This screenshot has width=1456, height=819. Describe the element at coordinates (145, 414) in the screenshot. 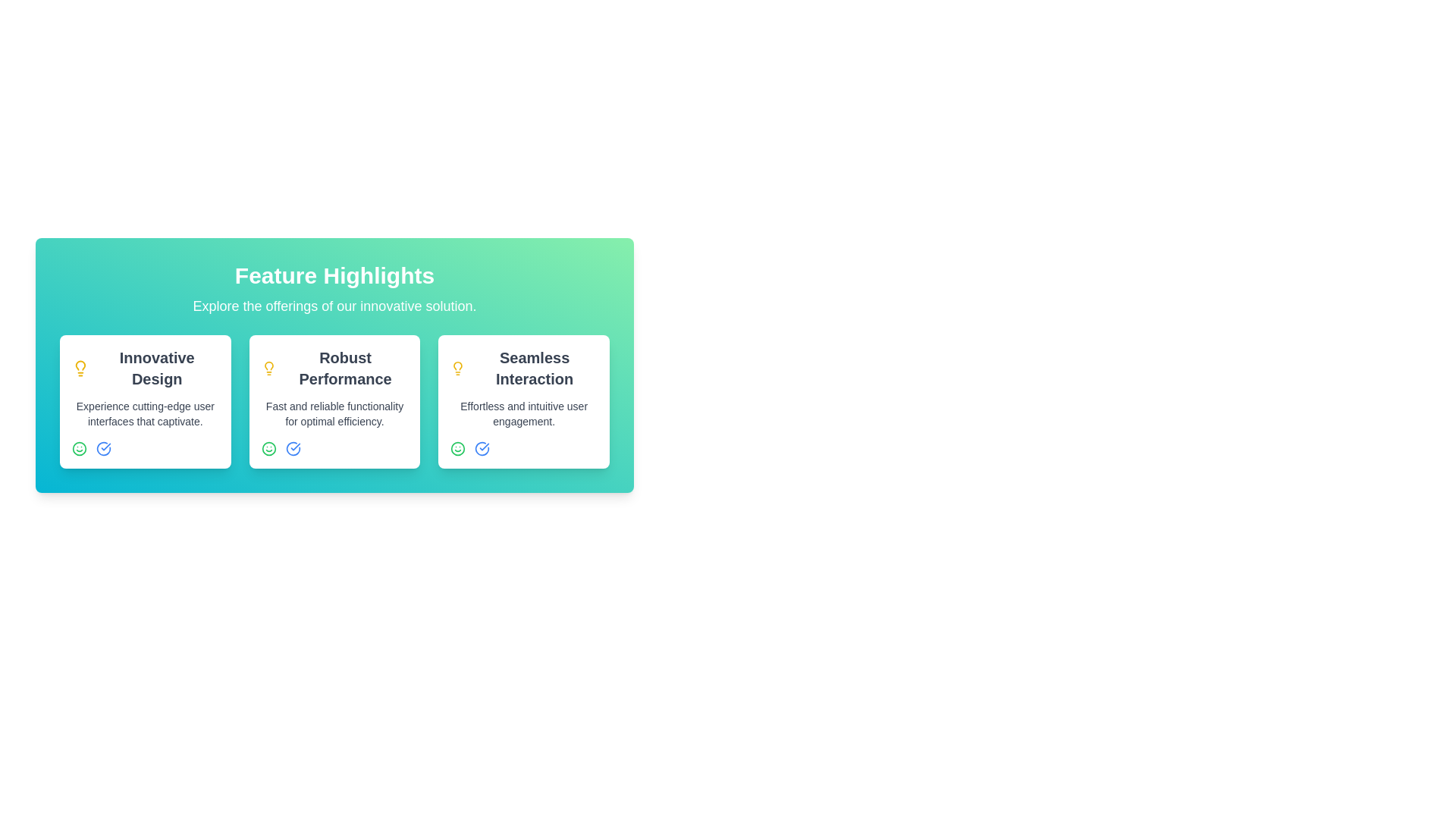

I see `the text display that reads 'Experience cutting-edge user interfaces that captivate.' which is styled in a small gray font and is positioned below the header 'Innovative Design' in the card layout` at that location.